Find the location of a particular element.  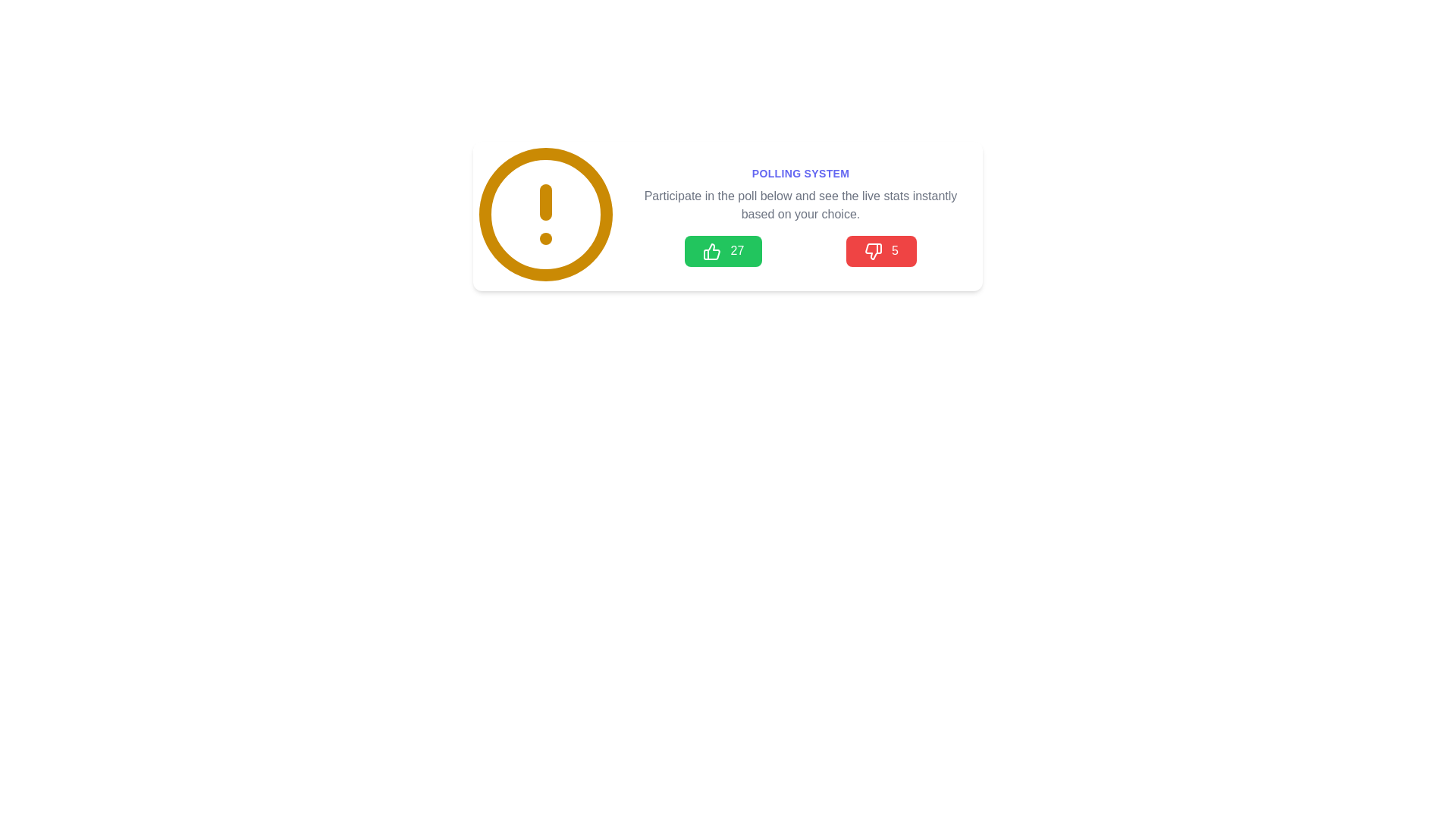

text presented in the 'Polling System' section, which includes a title in purple and descriptive text in gray, along with two interactive buttons below is located at coordinates (800, 216).